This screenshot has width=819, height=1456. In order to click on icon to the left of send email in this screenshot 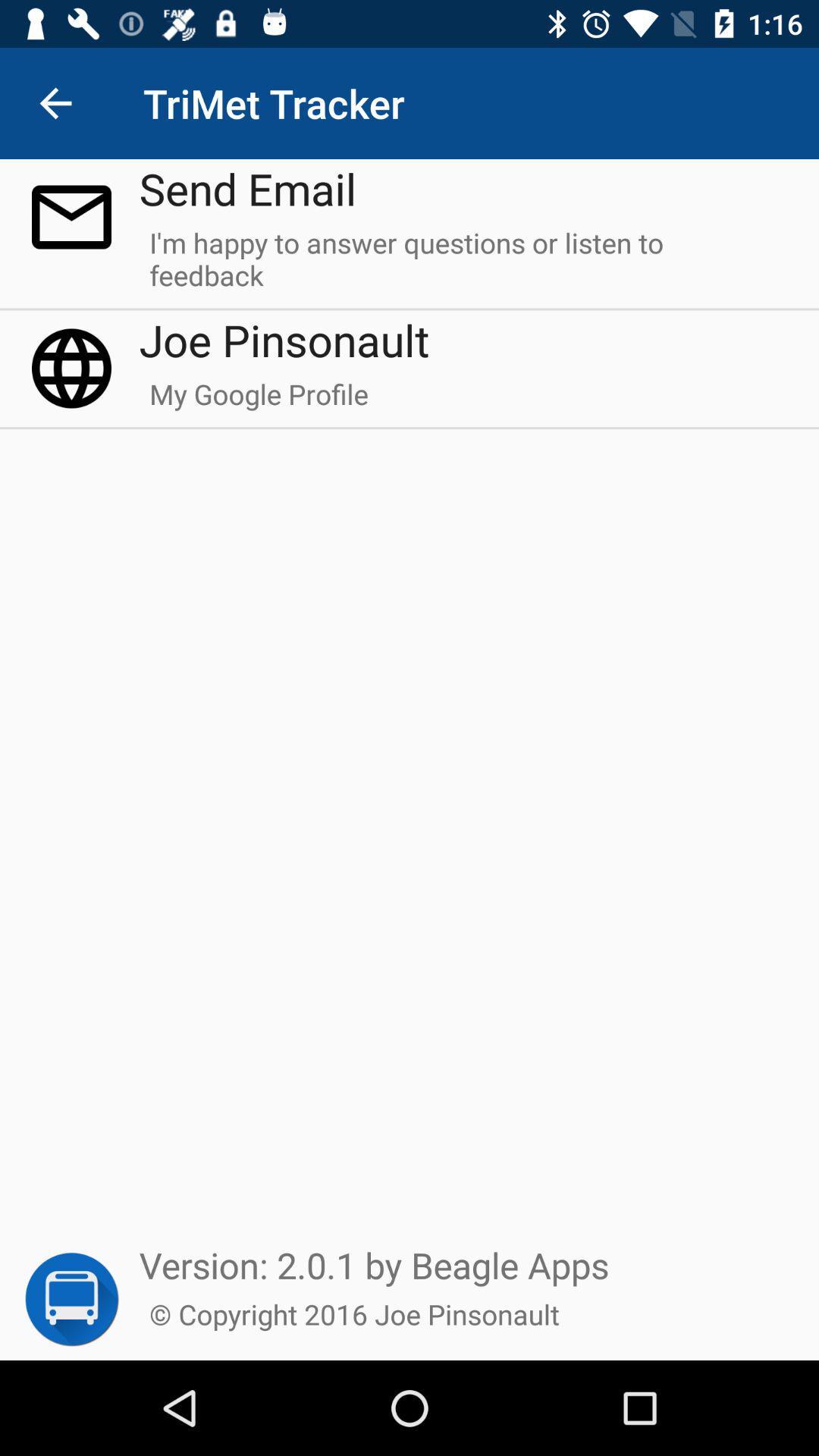, I will do `click(55, 102)`.